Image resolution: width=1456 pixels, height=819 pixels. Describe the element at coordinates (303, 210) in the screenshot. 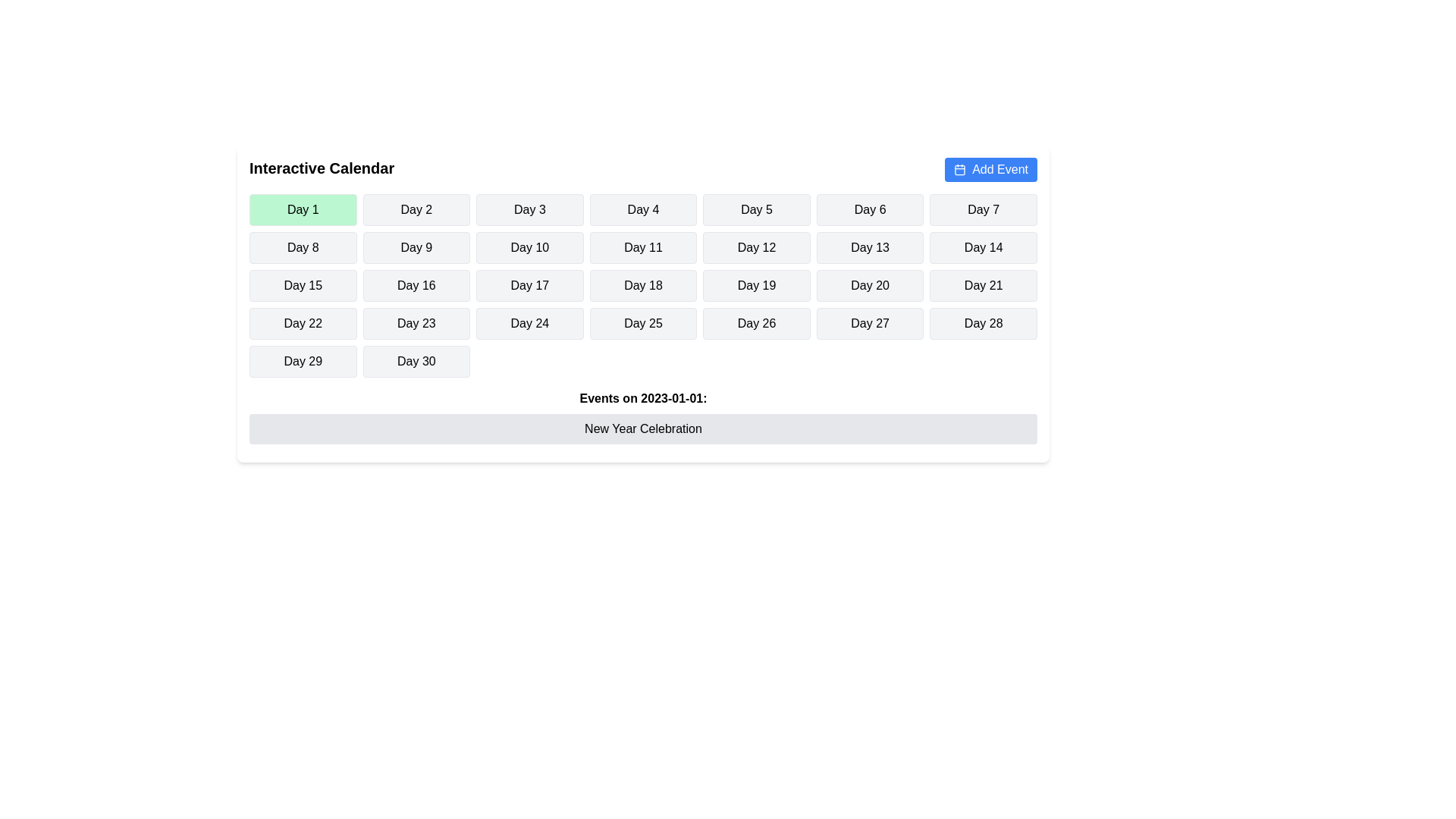

I see `the first day` at that location.